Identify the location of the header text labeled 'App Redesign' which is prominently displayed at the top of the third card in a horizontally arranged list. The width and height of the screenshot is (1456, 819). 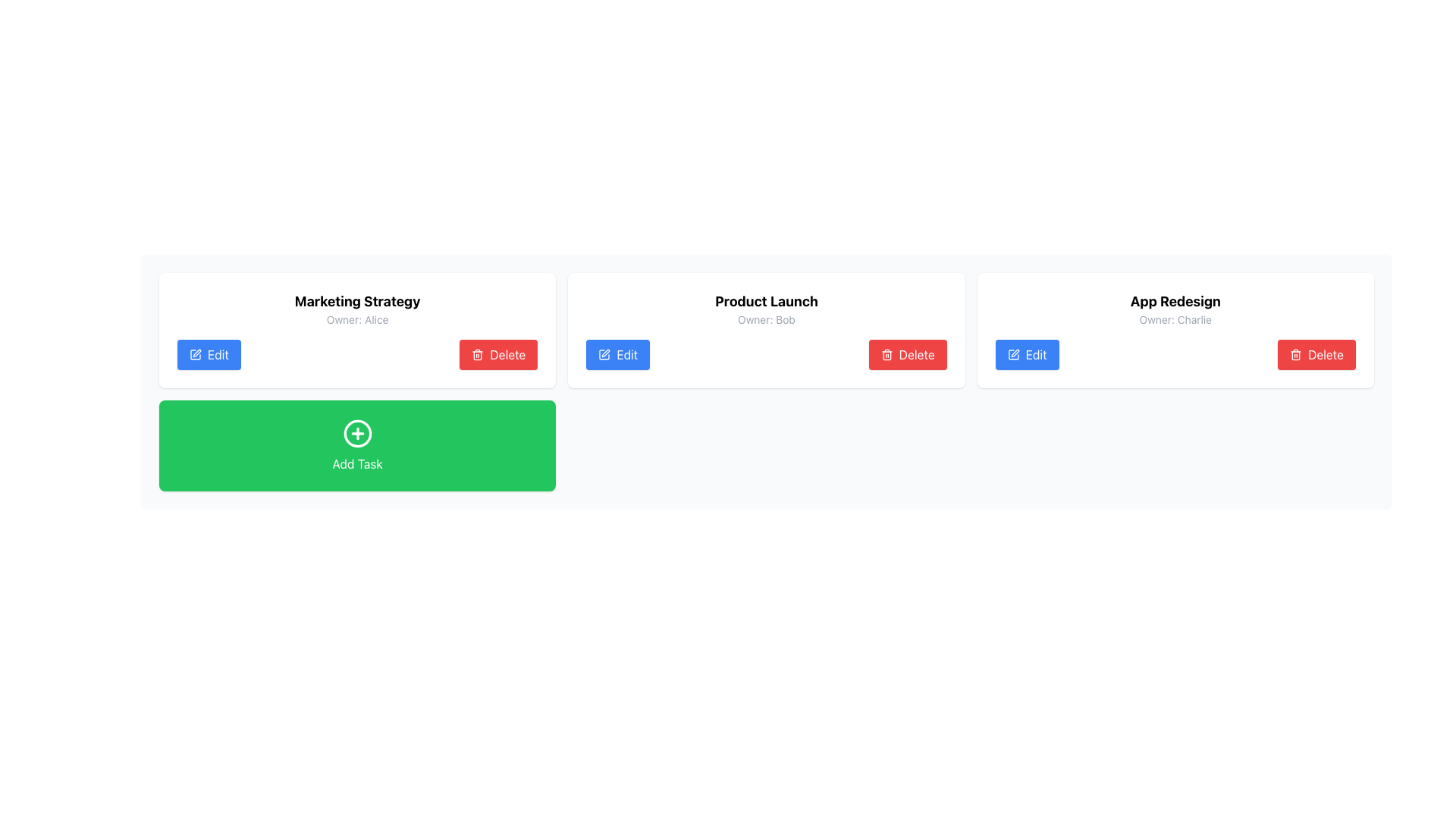
(1175, 301).